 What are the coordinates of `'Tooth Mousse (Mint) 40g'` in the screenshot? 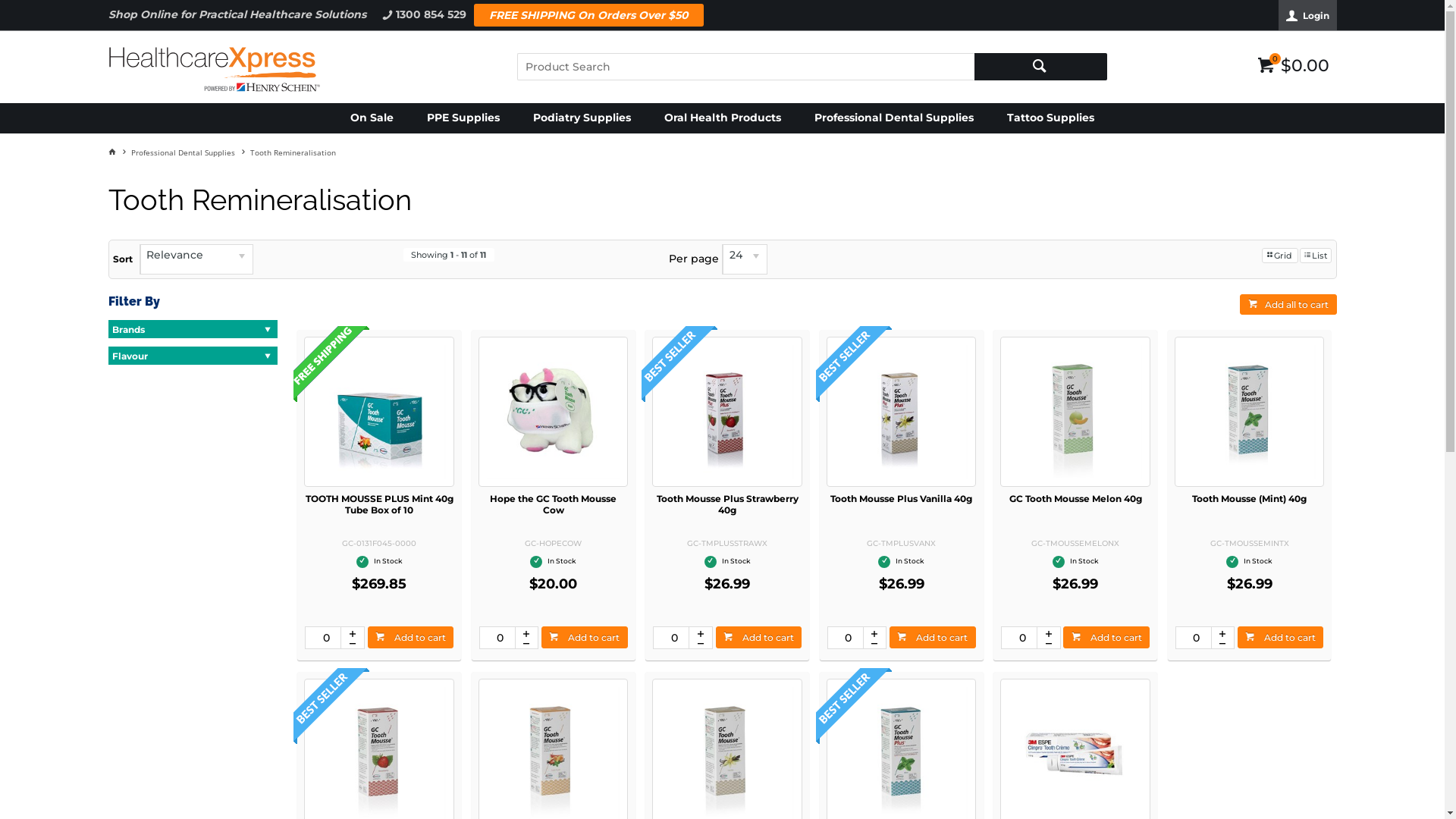 It's located at (1249, 498).